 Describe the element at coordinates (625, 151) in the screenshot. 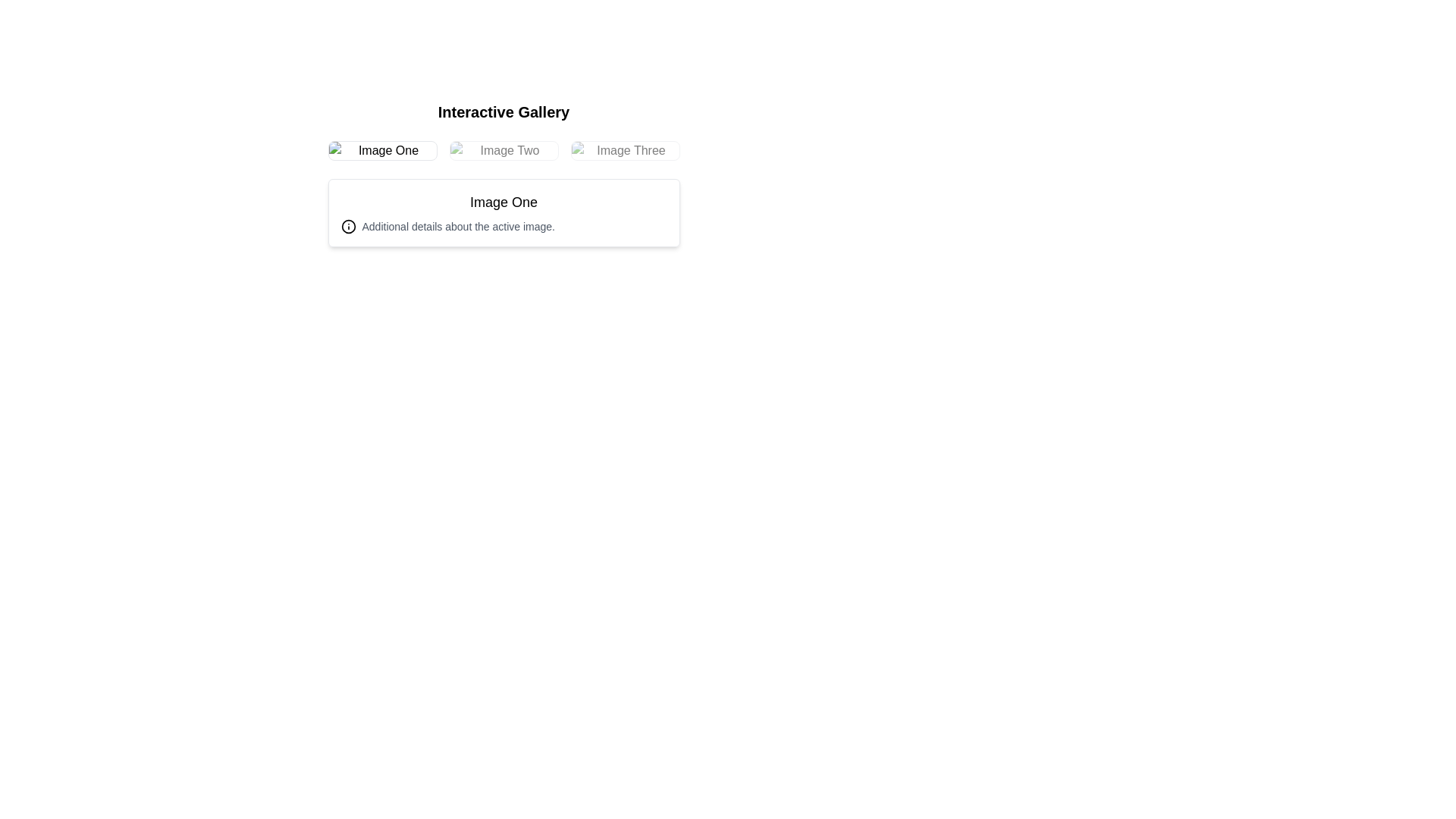

I see `the selectable thumbnail image in the interactive gallery to change its opacity` at that location.